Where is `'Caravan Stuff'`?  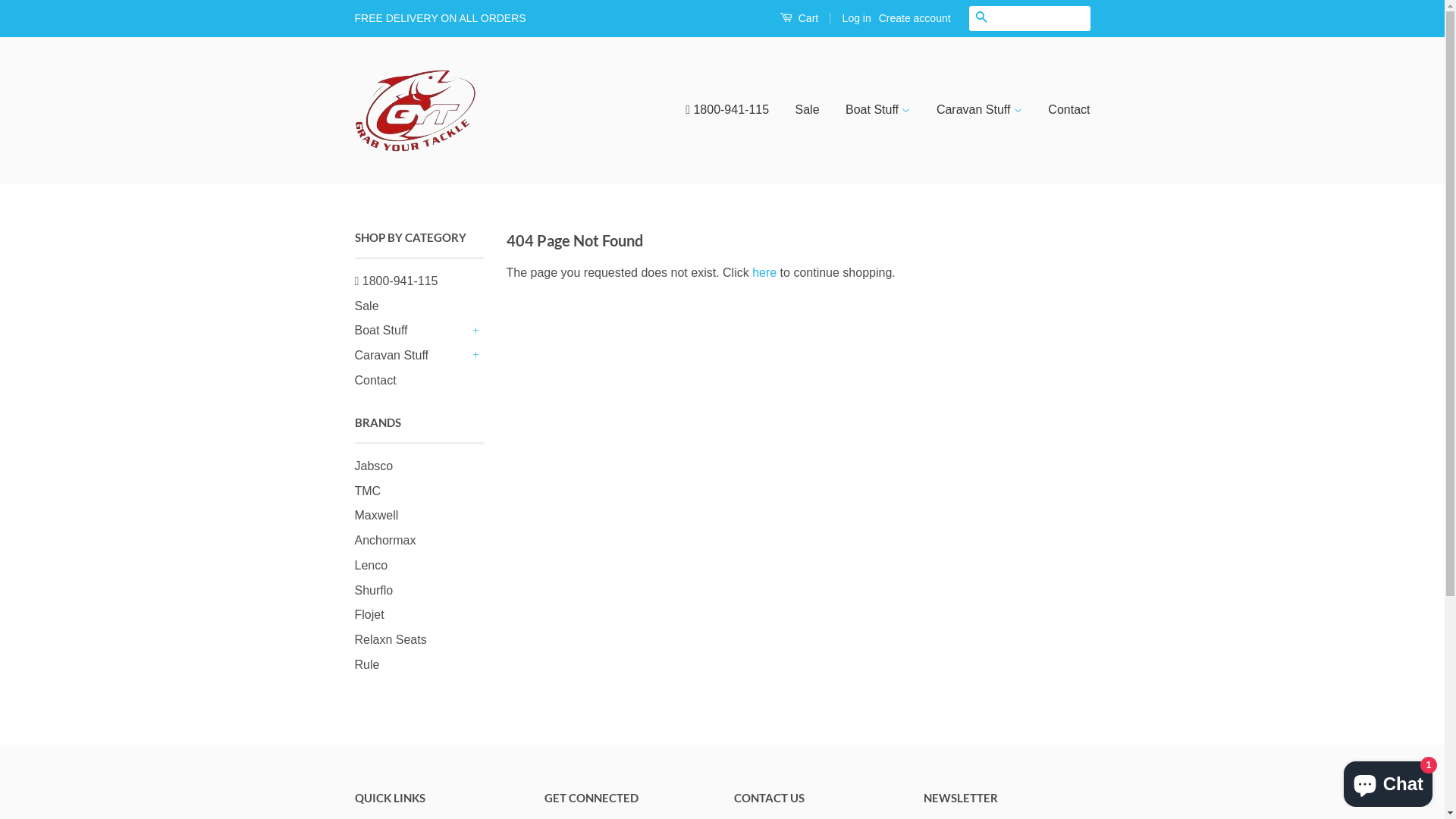 'Caravan Stuff' is located at coordinates (353, 356).